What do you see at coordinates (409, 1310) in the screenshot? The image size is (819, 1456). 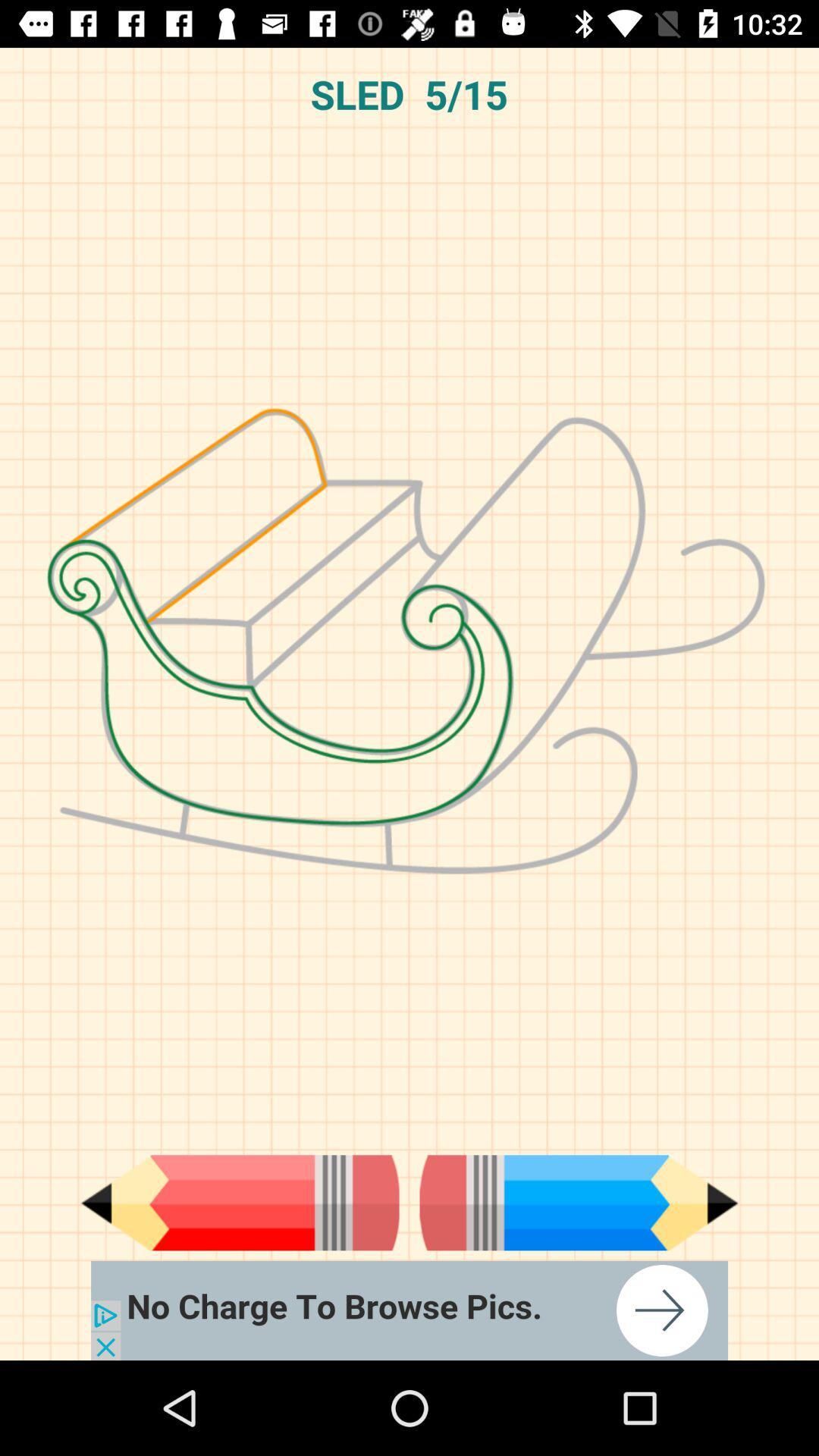 I see `advertisement link` at bounding box center [409, 1310].